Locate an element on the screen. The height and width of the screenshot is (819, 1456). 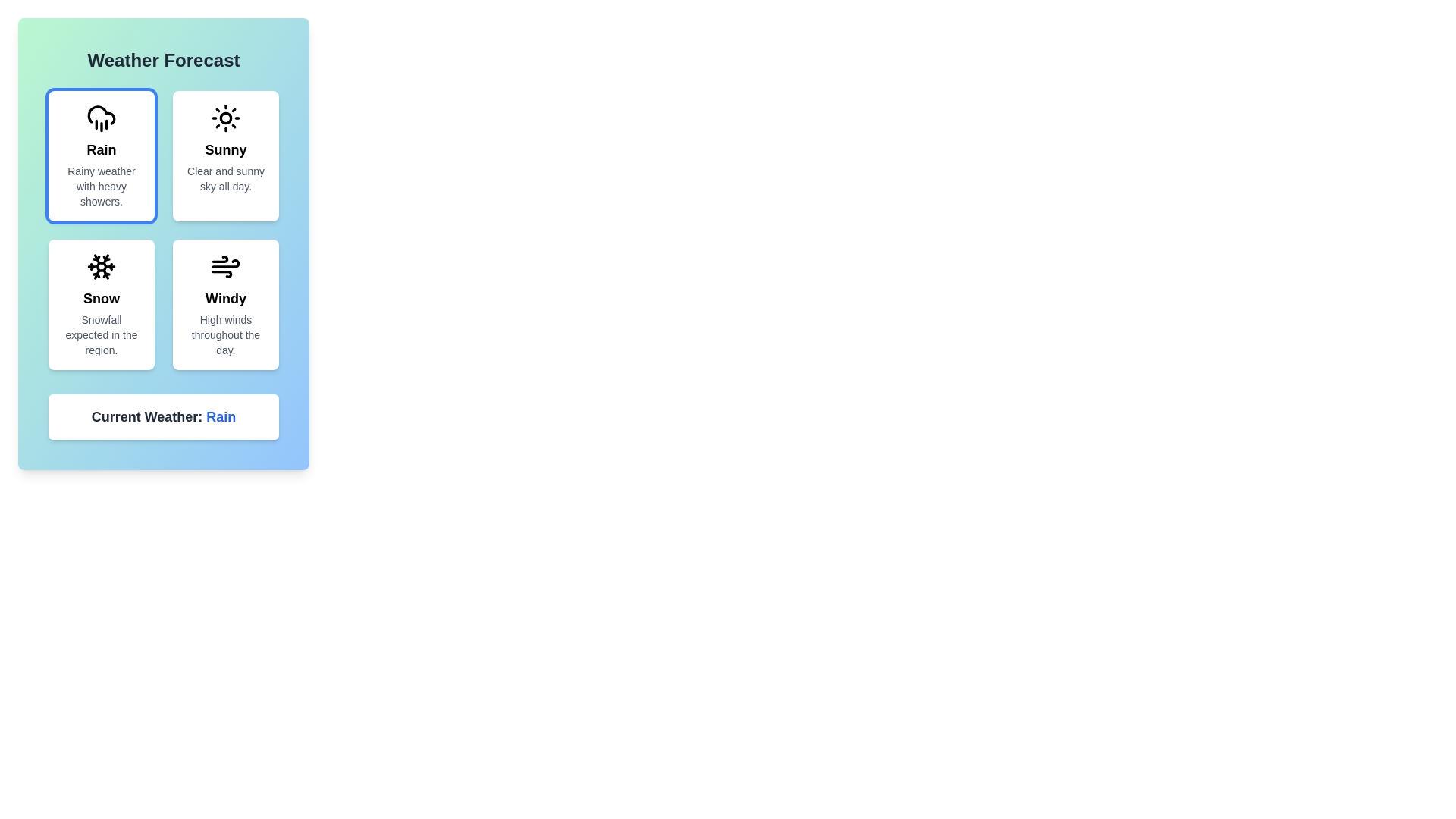
the wind icon, which is a stylized representation with three curved lines and dots, located at the top of the card labeled 'Windy' is located at coordinates (224, 265).